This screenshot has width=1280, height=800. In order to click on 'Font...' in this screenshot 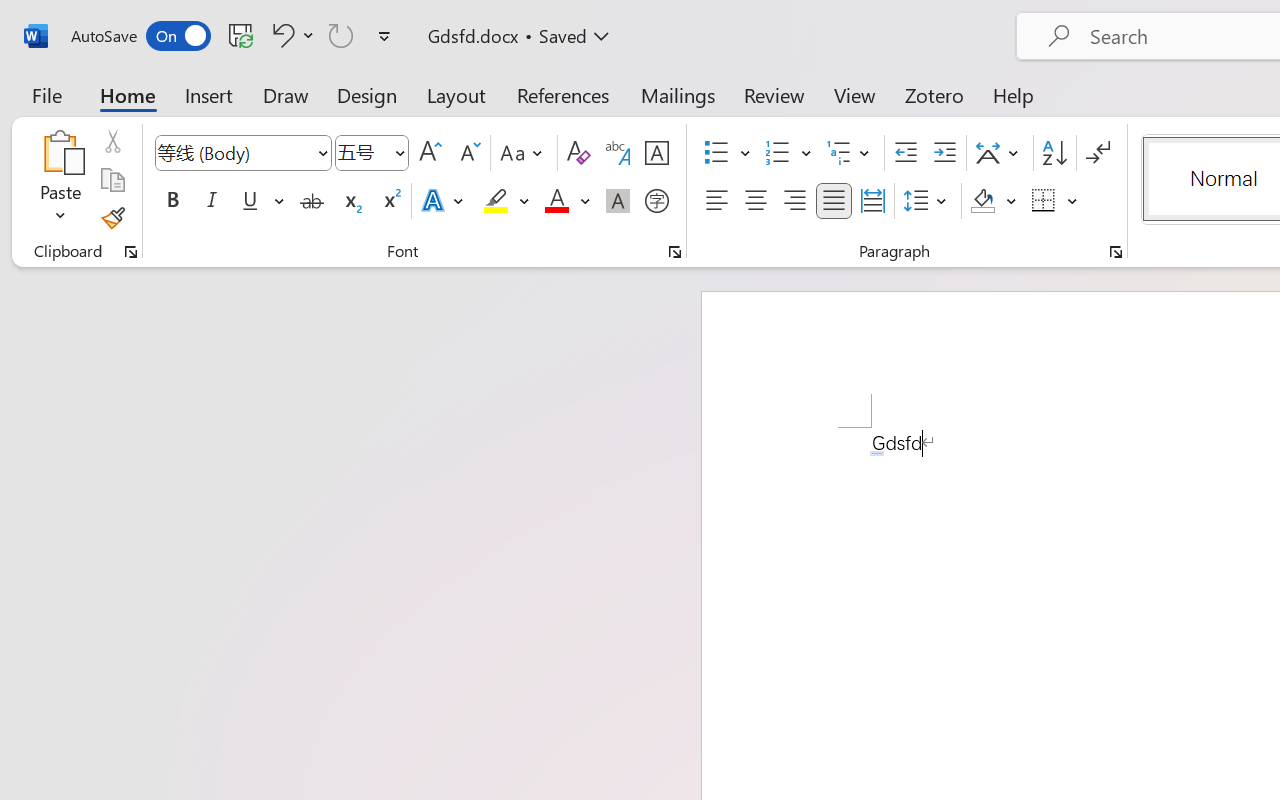, I will do `click(675, 251)`.